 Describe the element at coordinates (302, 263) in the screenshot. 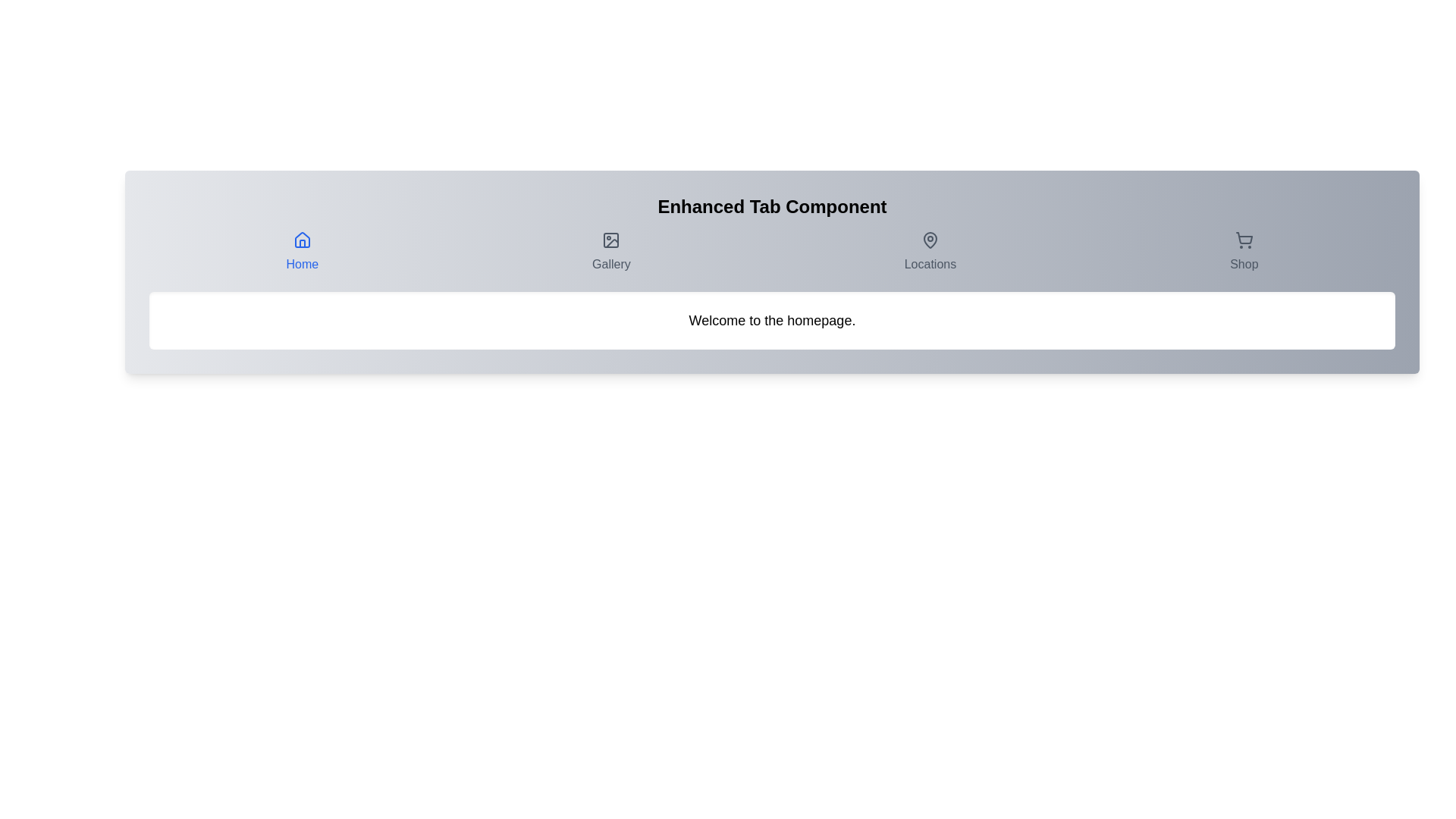

I see `the 'Home' text label` at that location.